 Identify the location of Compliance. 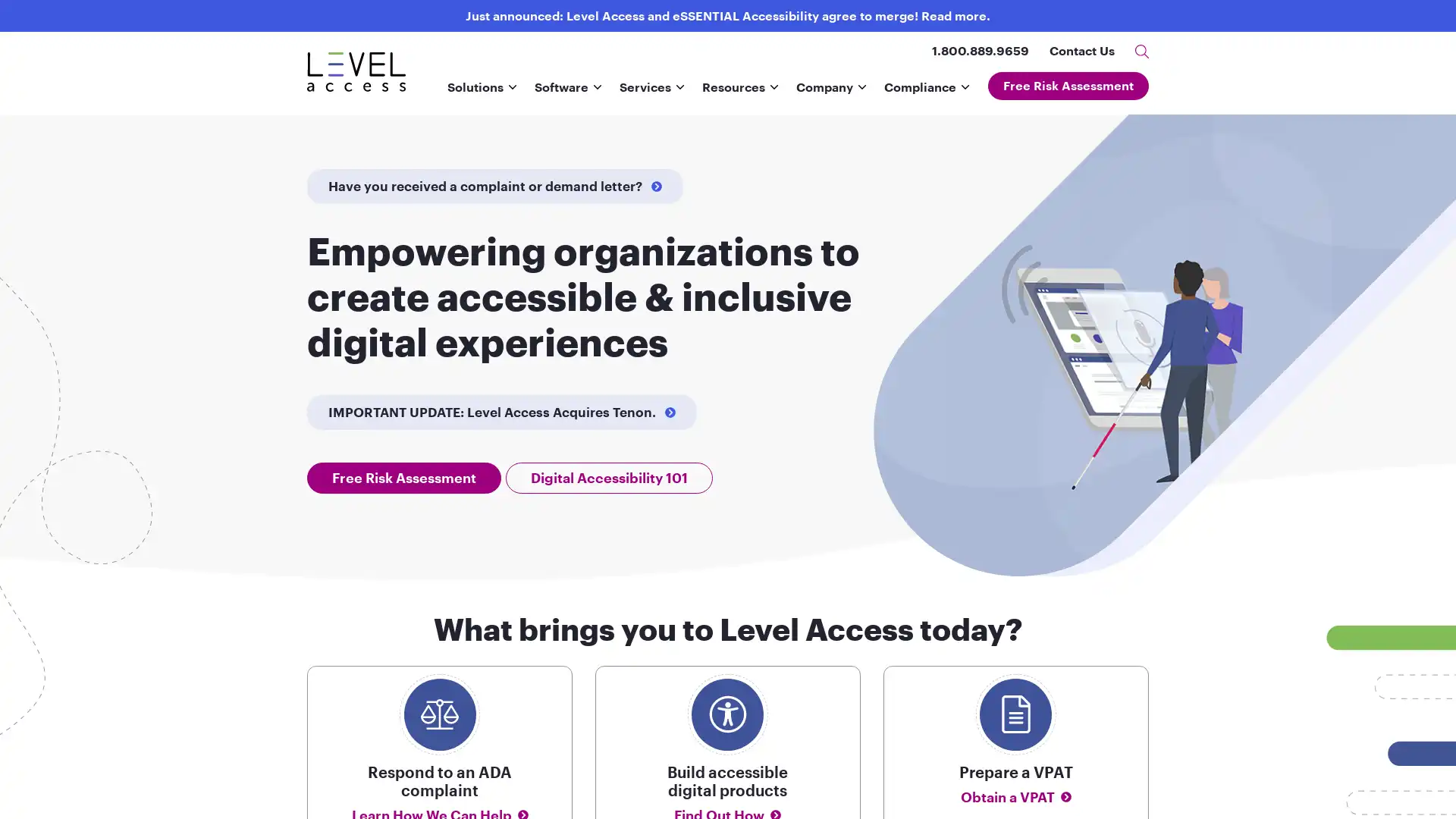
(926, 93).